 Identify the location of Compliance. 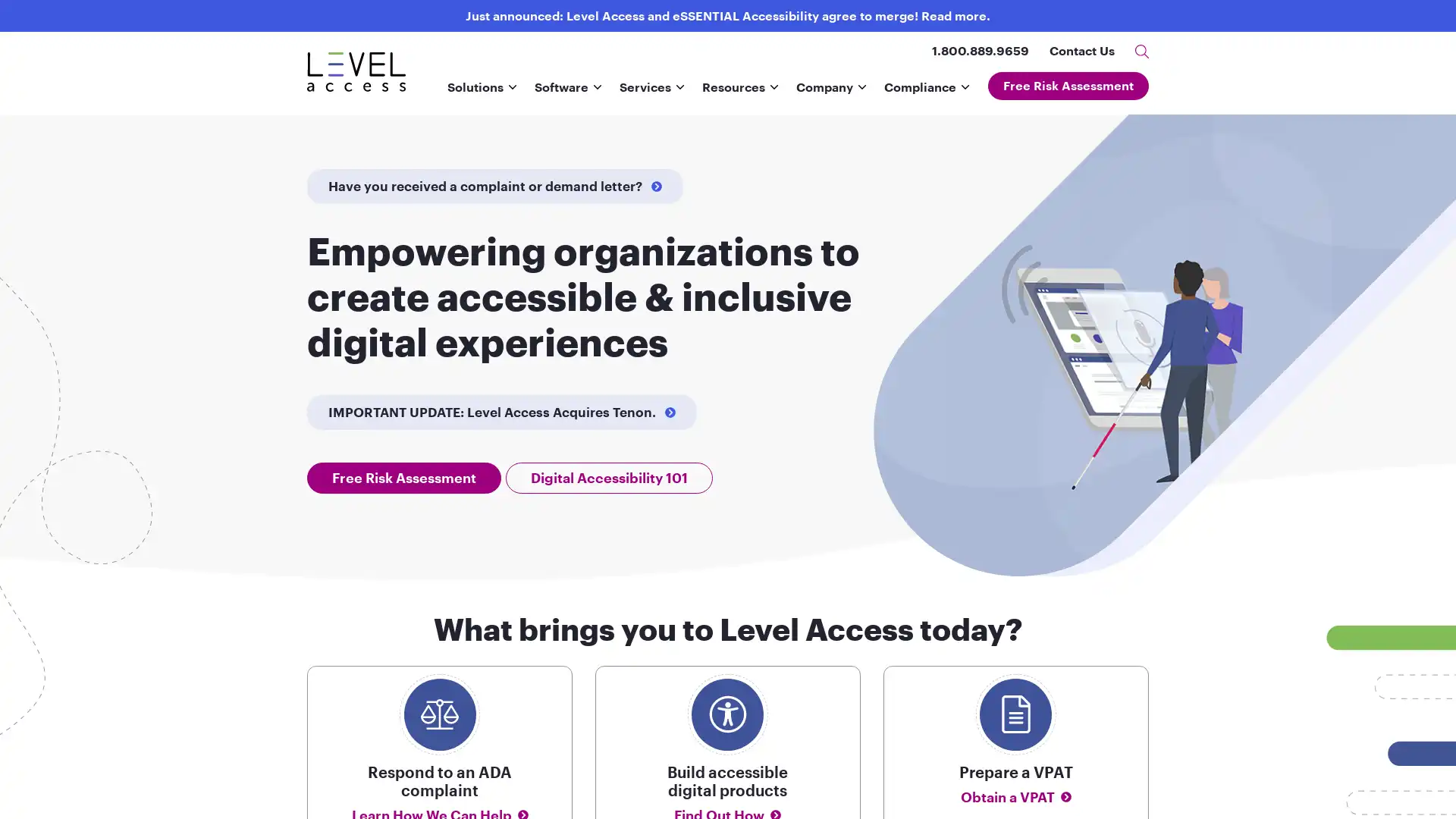
(926, 93).